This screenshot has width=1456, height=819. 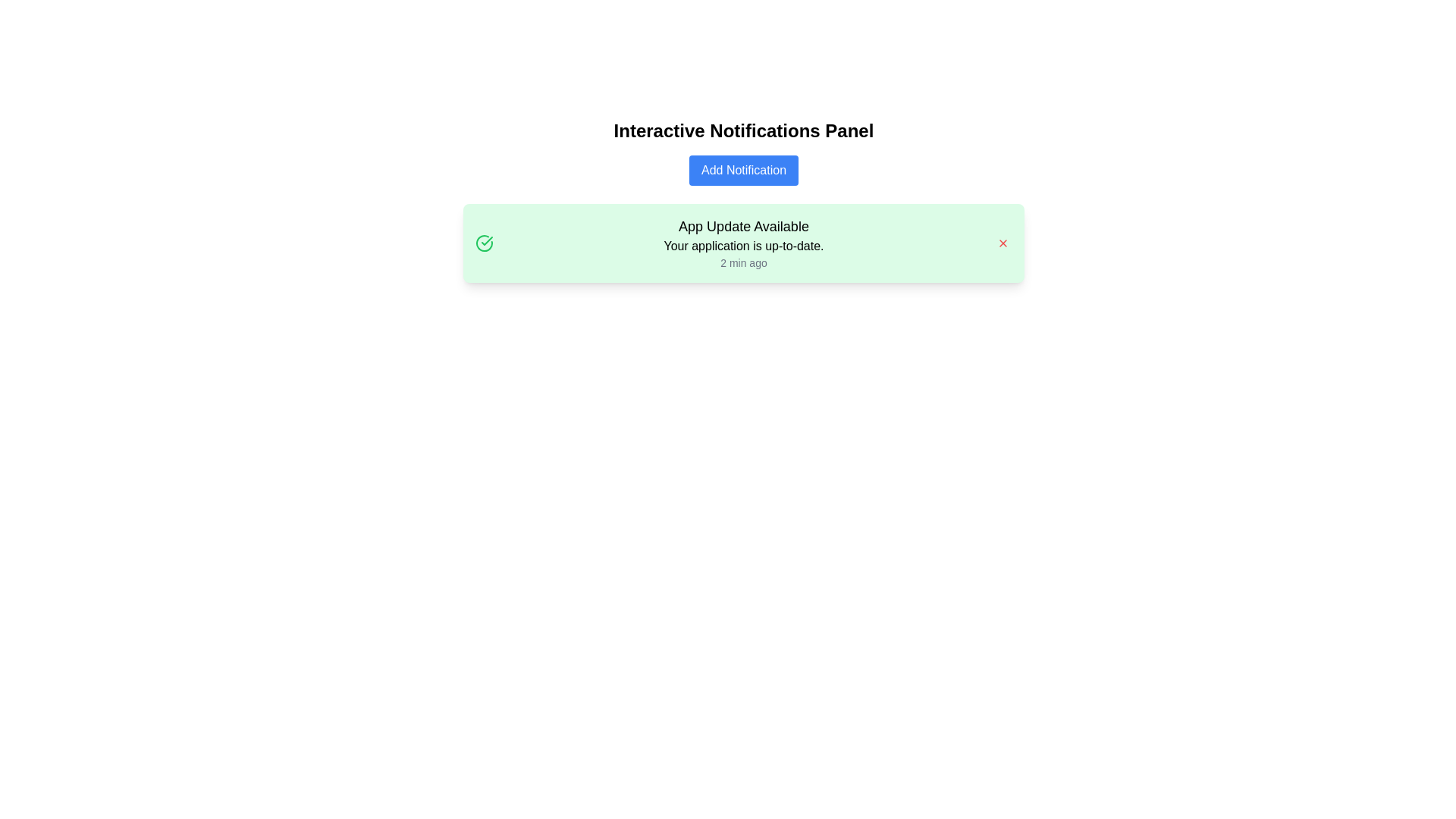 What do you see at coordinates (743, 242) in the screenshot?
I see `message displayed in the central text block of the notification card that informs users about the application update status` at bounding box center [743, 242].